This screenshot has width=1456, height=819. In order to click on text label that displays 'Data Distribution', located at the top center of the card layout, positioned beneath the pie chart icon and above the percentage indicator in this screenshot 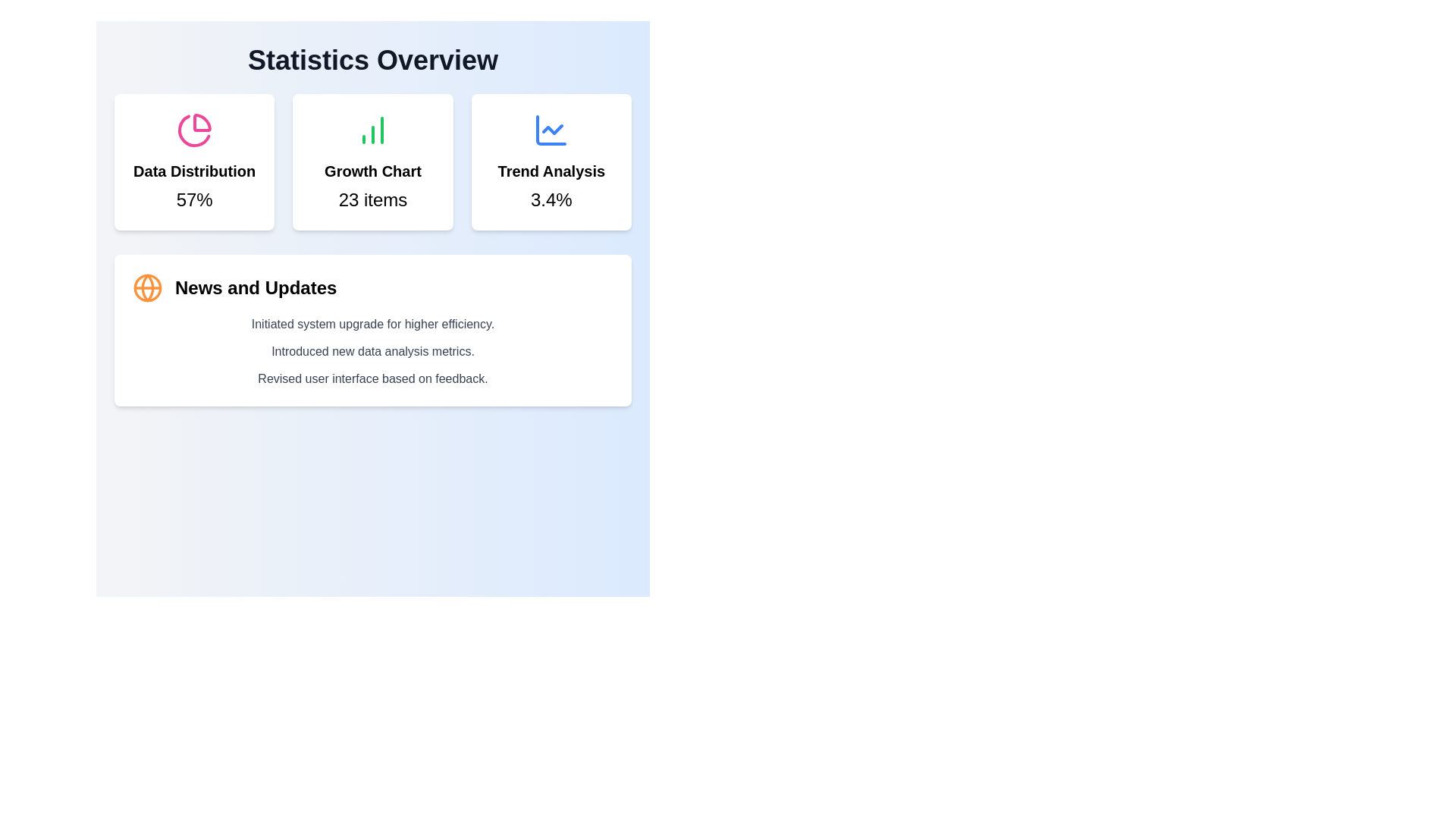, I will do `click(193, 171)`.